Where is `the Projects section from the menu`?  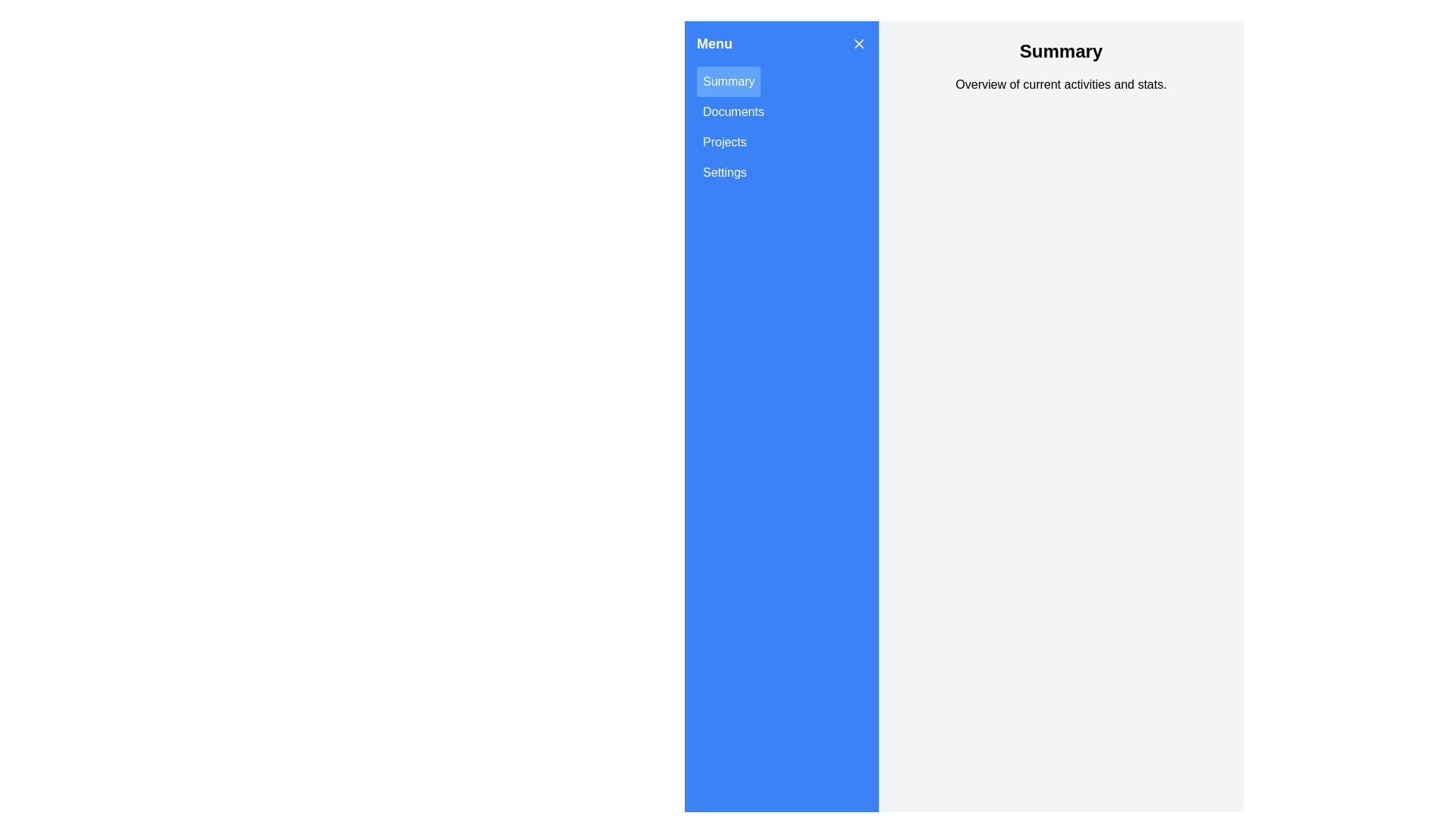
the Projects section from the menu is located at coordinates (723, 143).